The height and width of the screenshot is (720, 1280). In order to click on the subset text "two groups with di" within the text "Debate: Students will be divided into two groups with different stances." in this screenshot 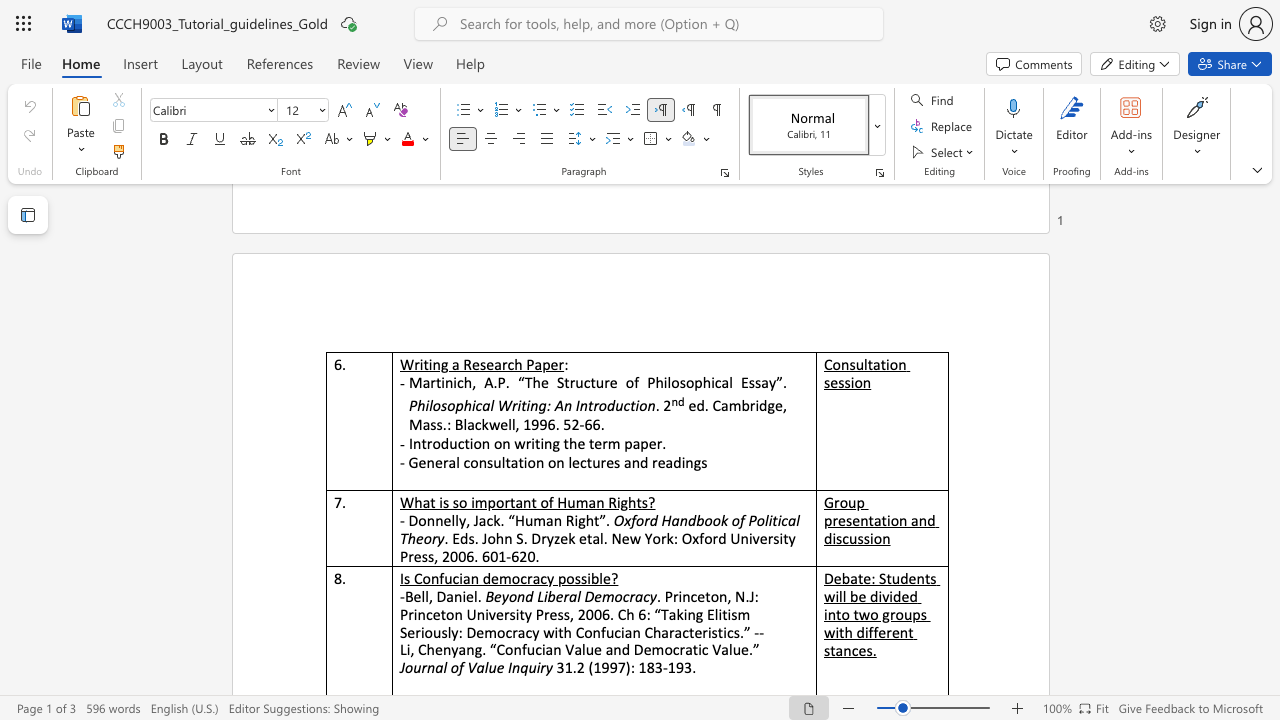, I will do `click(853, 613)`.